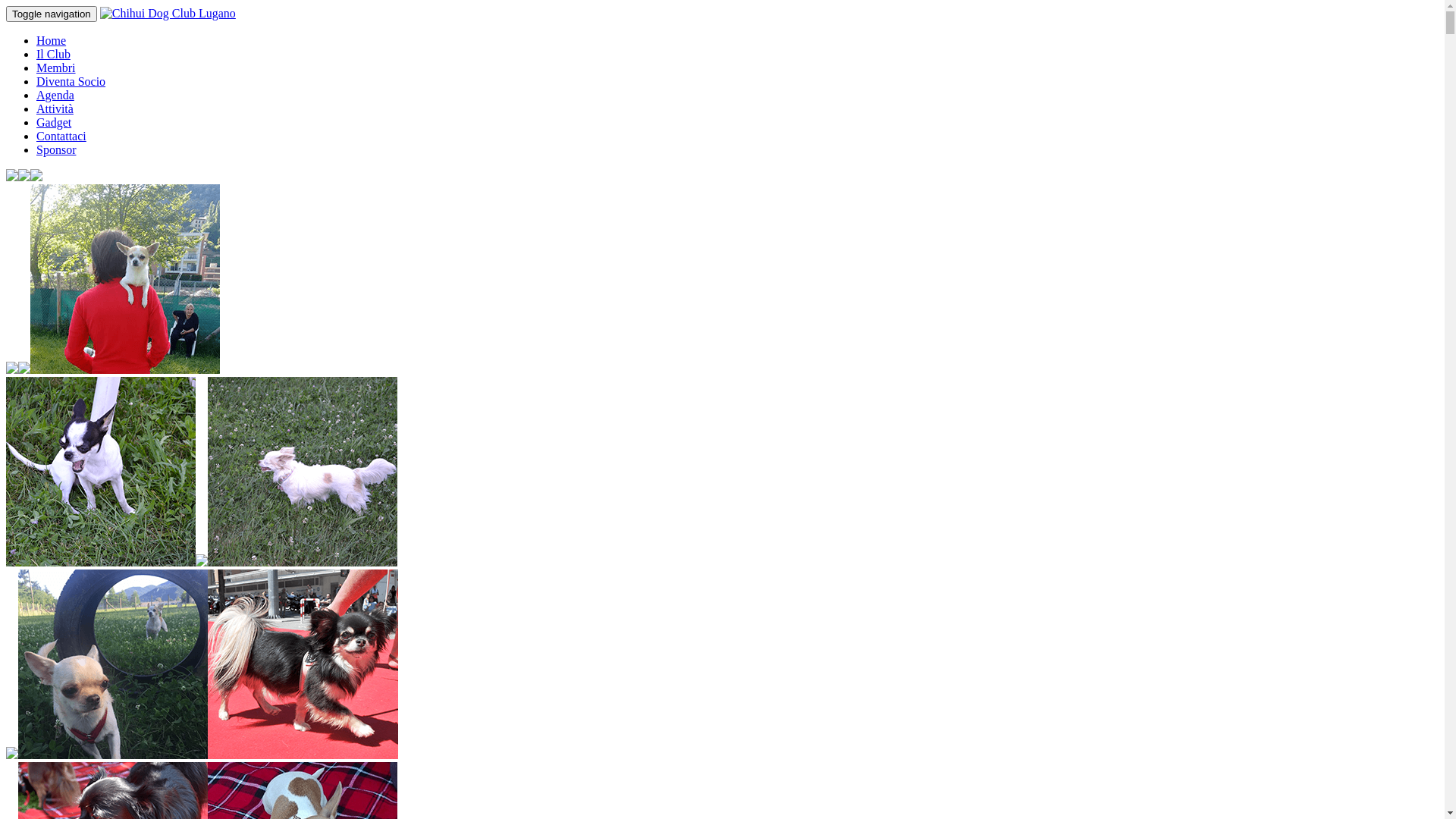 Image resolution: width=1456 pixels, height=819 pixels. I want to click on 'Home', so click(51, 39).